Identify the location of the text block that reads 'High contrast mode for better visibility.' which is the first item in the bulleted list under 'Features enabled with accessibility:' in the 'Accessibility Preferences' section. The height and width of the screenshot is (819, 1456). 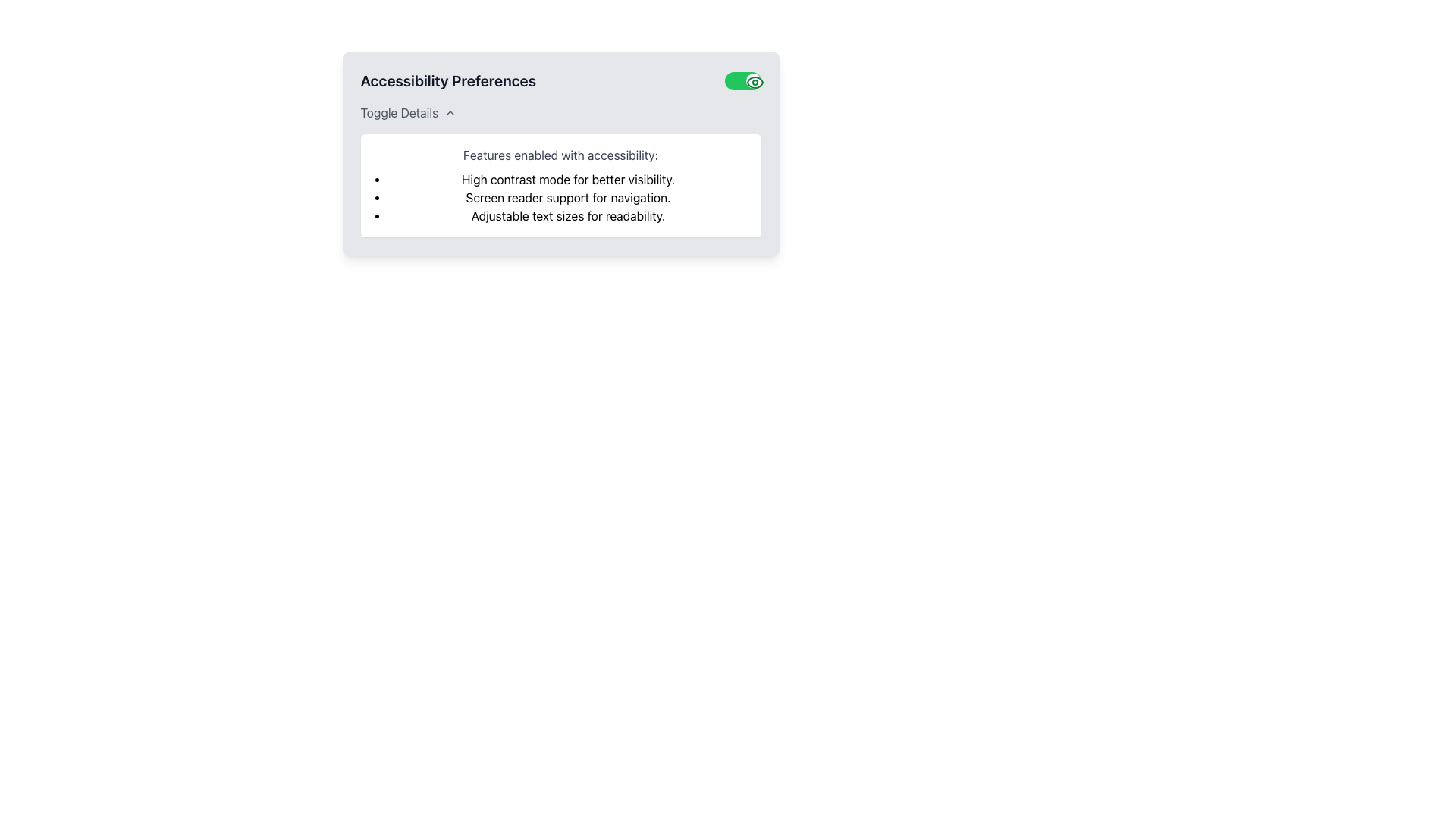
(567, 178).